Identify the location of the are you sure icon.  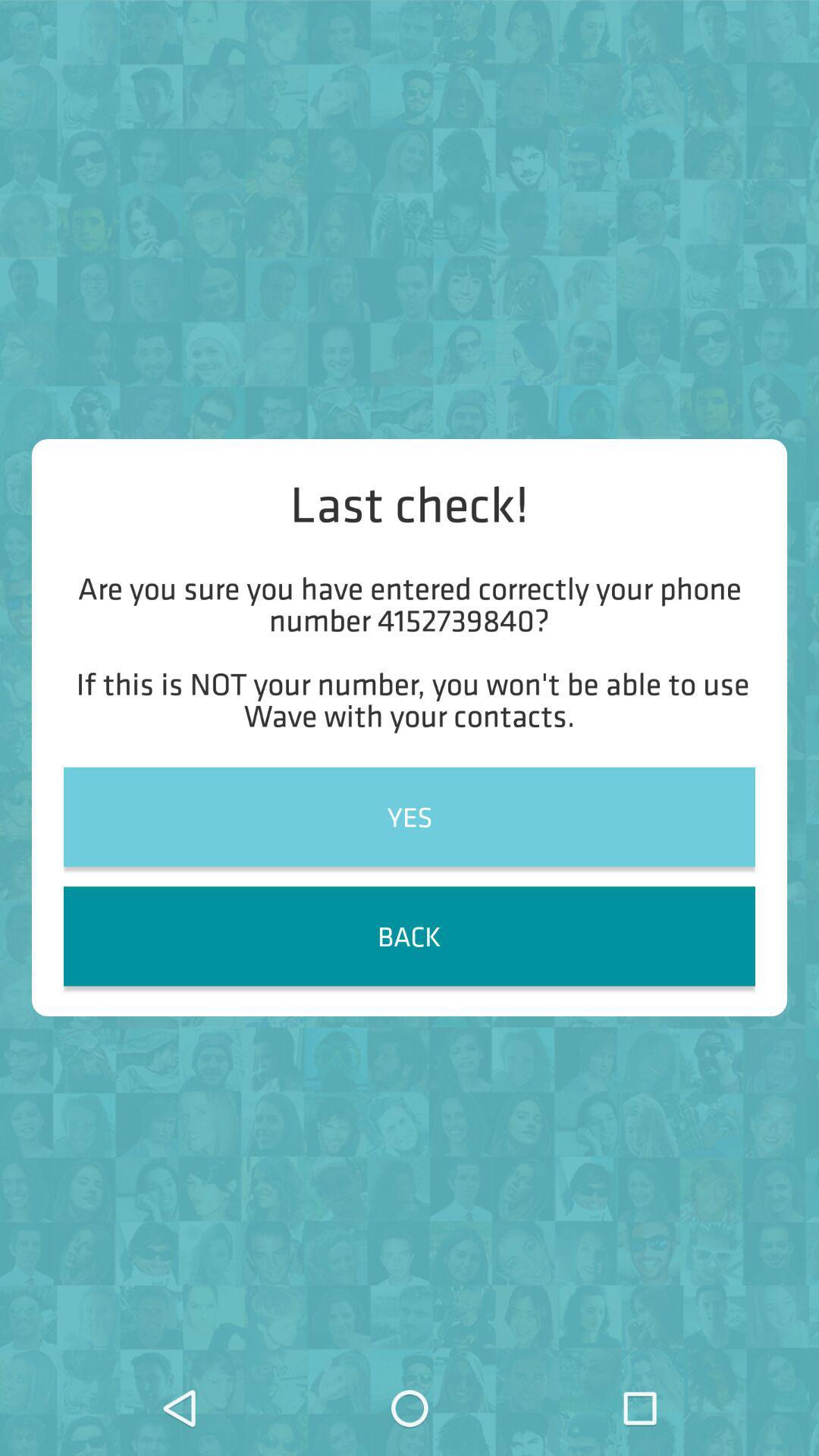
(409, 651).